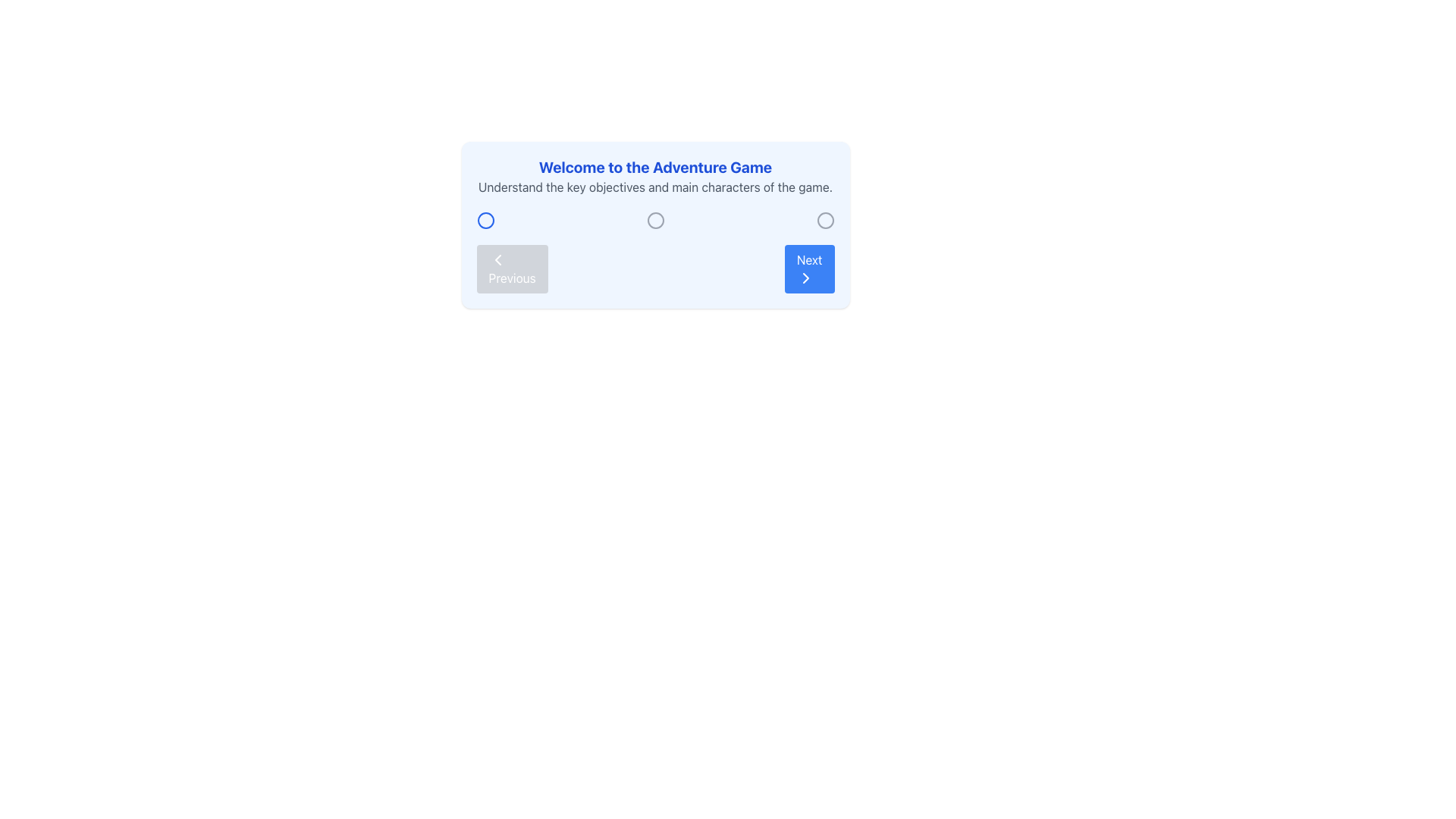  Describe the element at coordinates (805, 278) in the screenshot. I see `the chevron-right vector icon located within the blue 'Next' button at the bottom-right corner of the UI panel` at that location.